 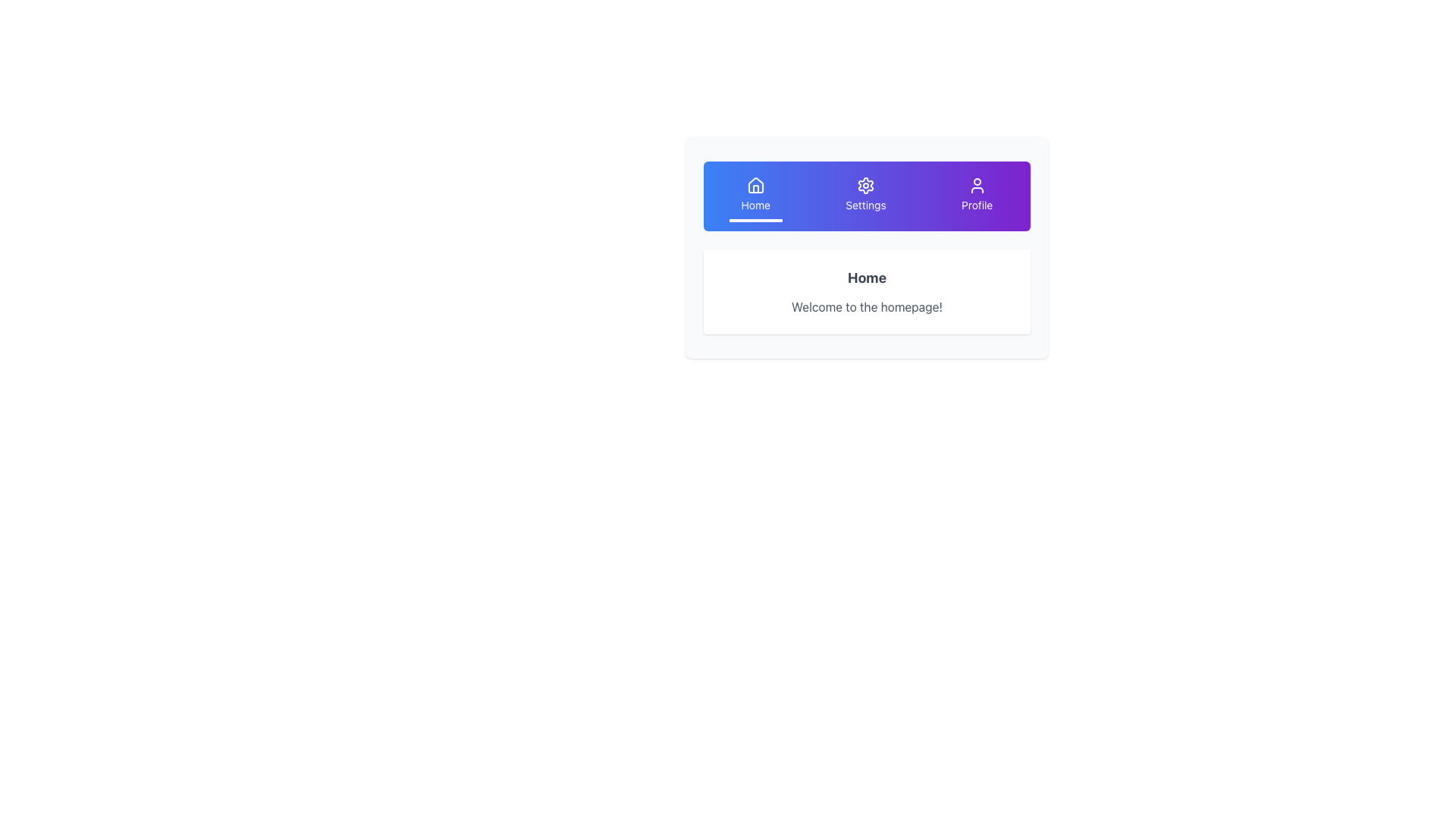 What do you see at coordinates (976, 185) in the screenshot?
I see `the 'Profile' icon located in the top-right navigation bar, which is the third icon in a row of three` at bounding box center [976, 185].